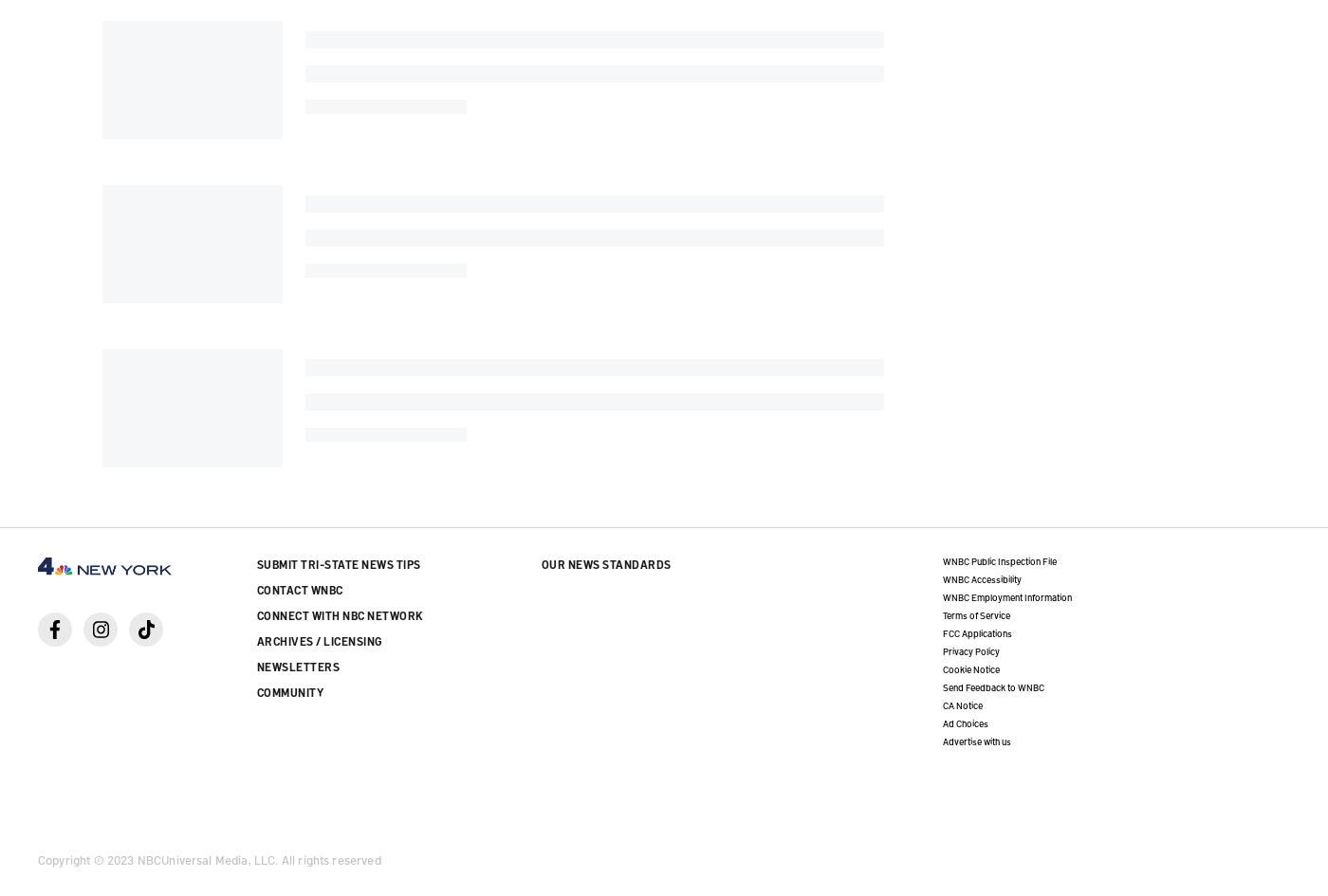 The image size is (1328, 896). I want to click on 'Copyright © 2023 NBCUniversal Media, LLC. All rights reserved', so click(38, 857).